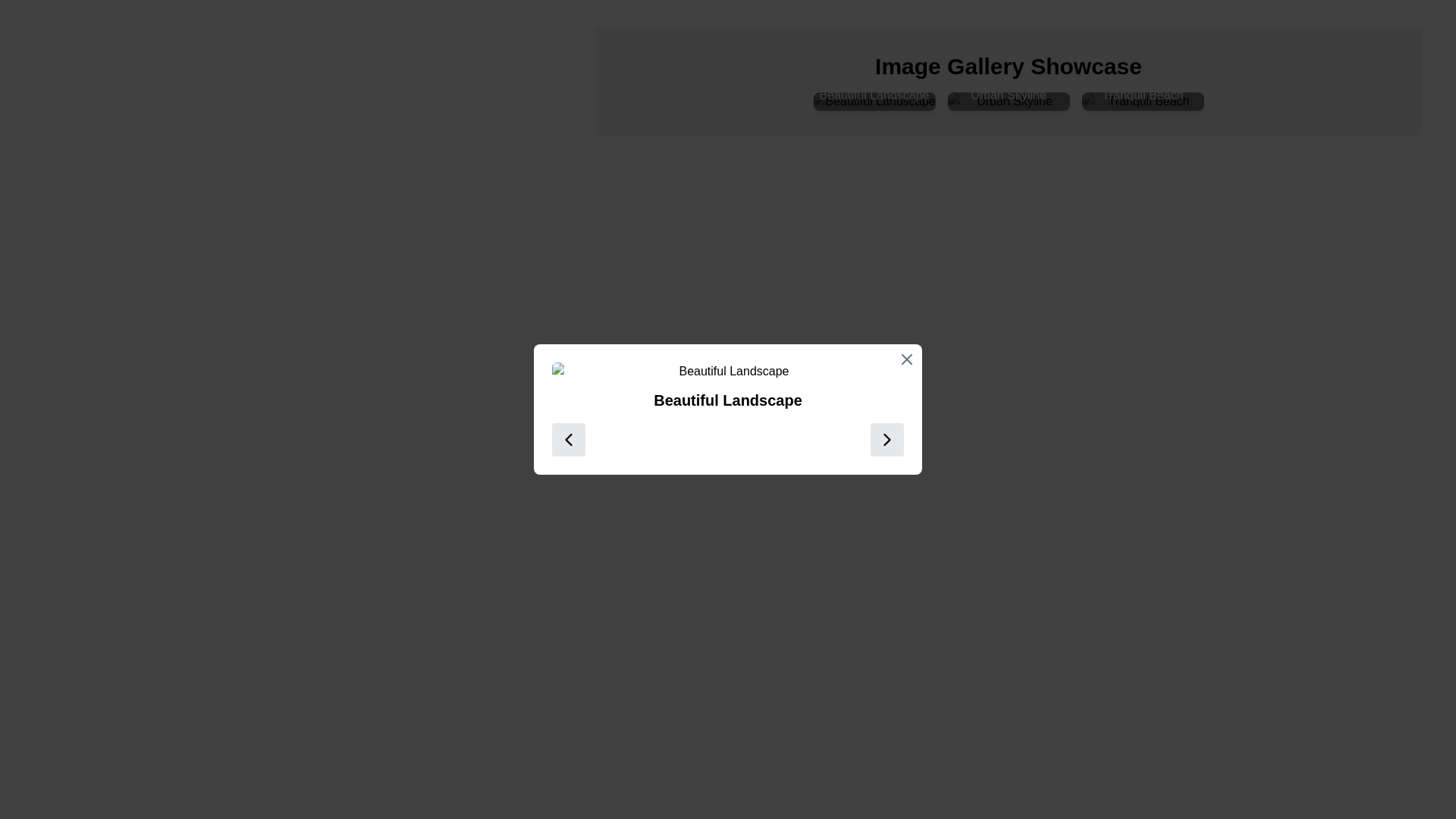 This screenshot has height=819, width=1456. Describe the element at coordinates (906, 359) in the screenshot. I see `the close icon button located in the upper-right corner of the modal displaying information about 'Beautiful Landscape'` at that location.